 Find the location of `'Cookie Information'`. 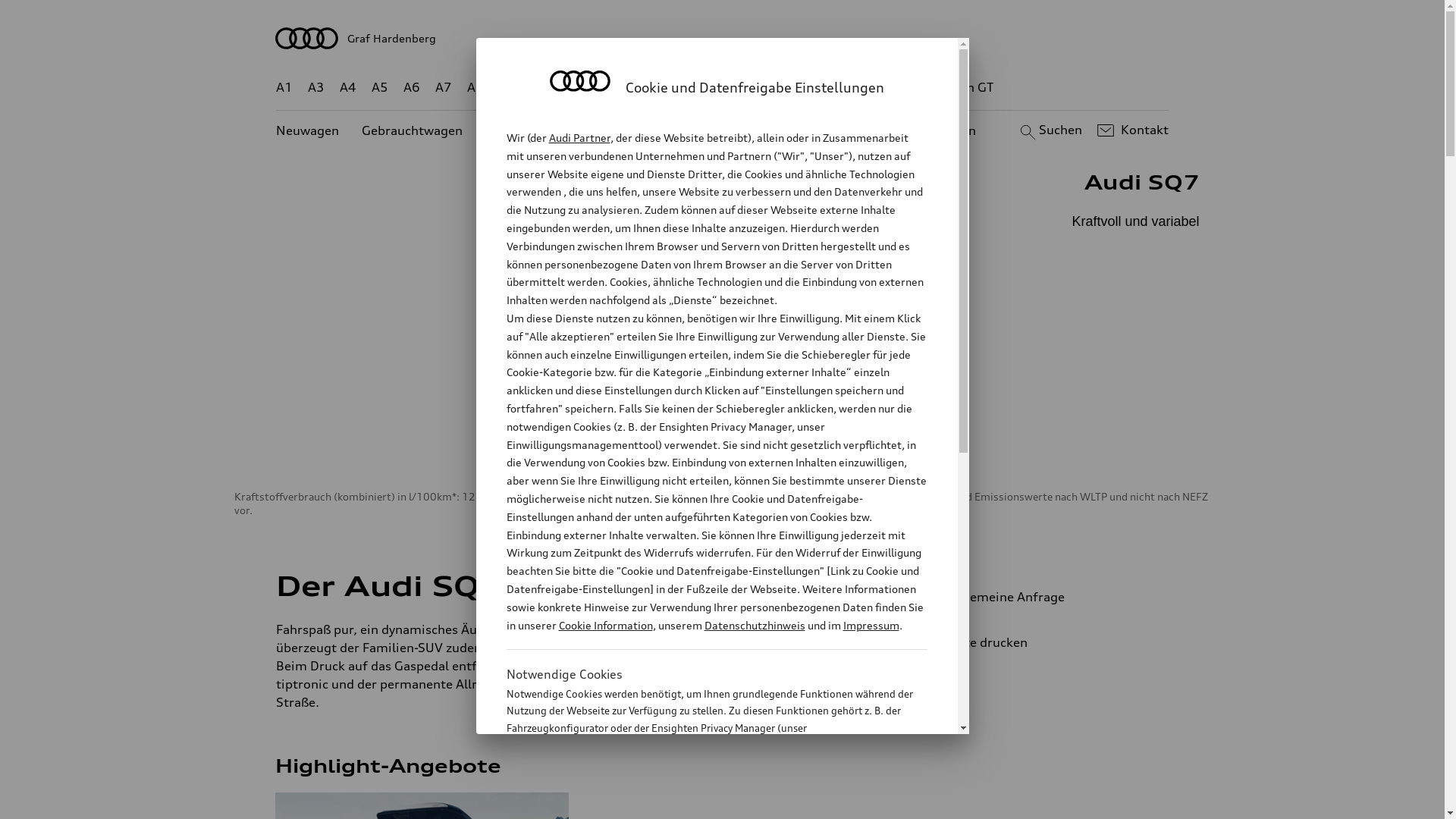

'Cookie Information' is located at coordinates (604, 625).